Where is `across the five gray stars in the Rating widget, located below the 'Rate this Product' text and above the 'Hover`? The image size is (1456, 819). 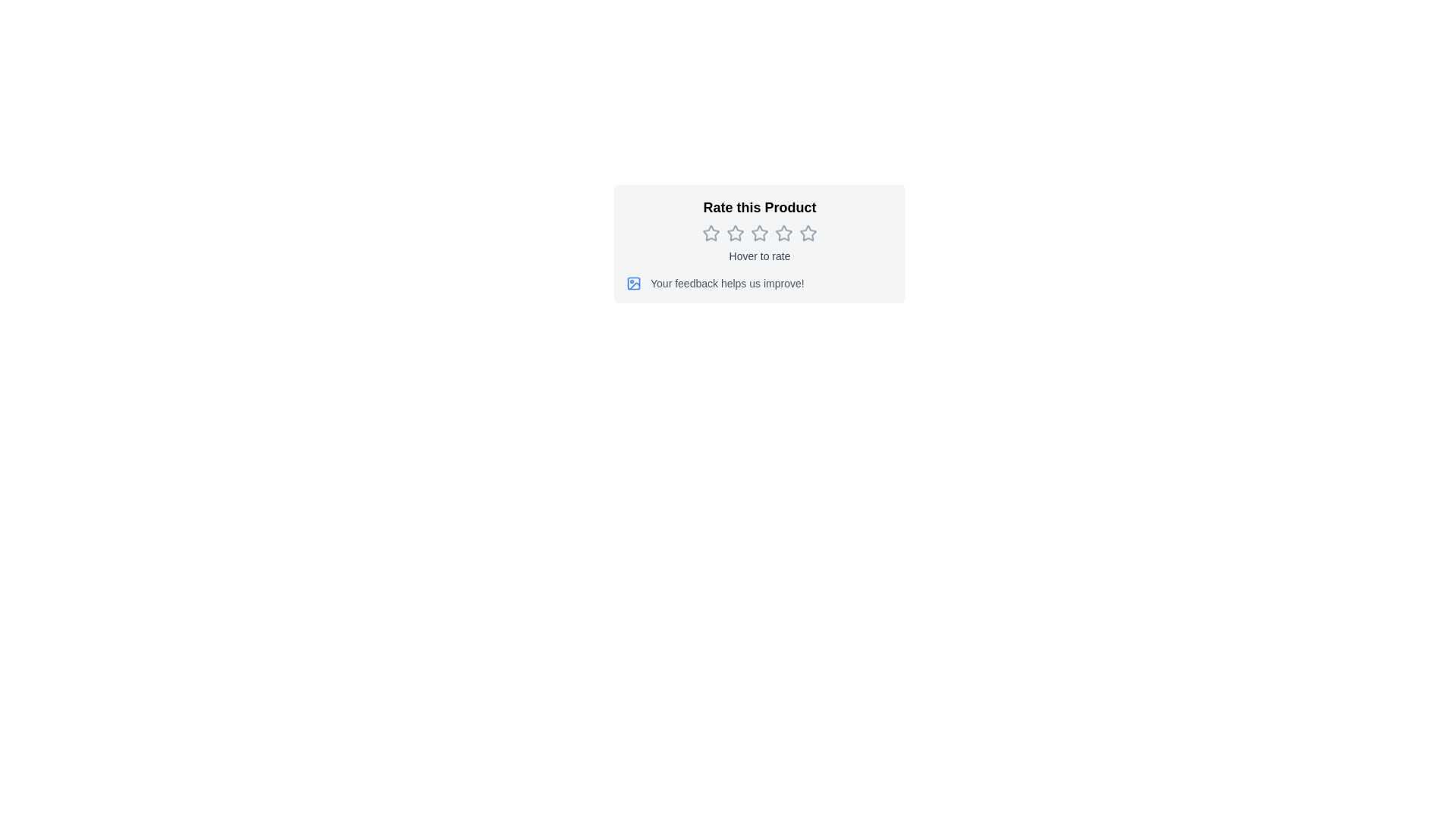
across the five gray stars in the Rating widget, located below the 'Rate this Product' text and above the 'Hover is located at coordinates (760, 234).